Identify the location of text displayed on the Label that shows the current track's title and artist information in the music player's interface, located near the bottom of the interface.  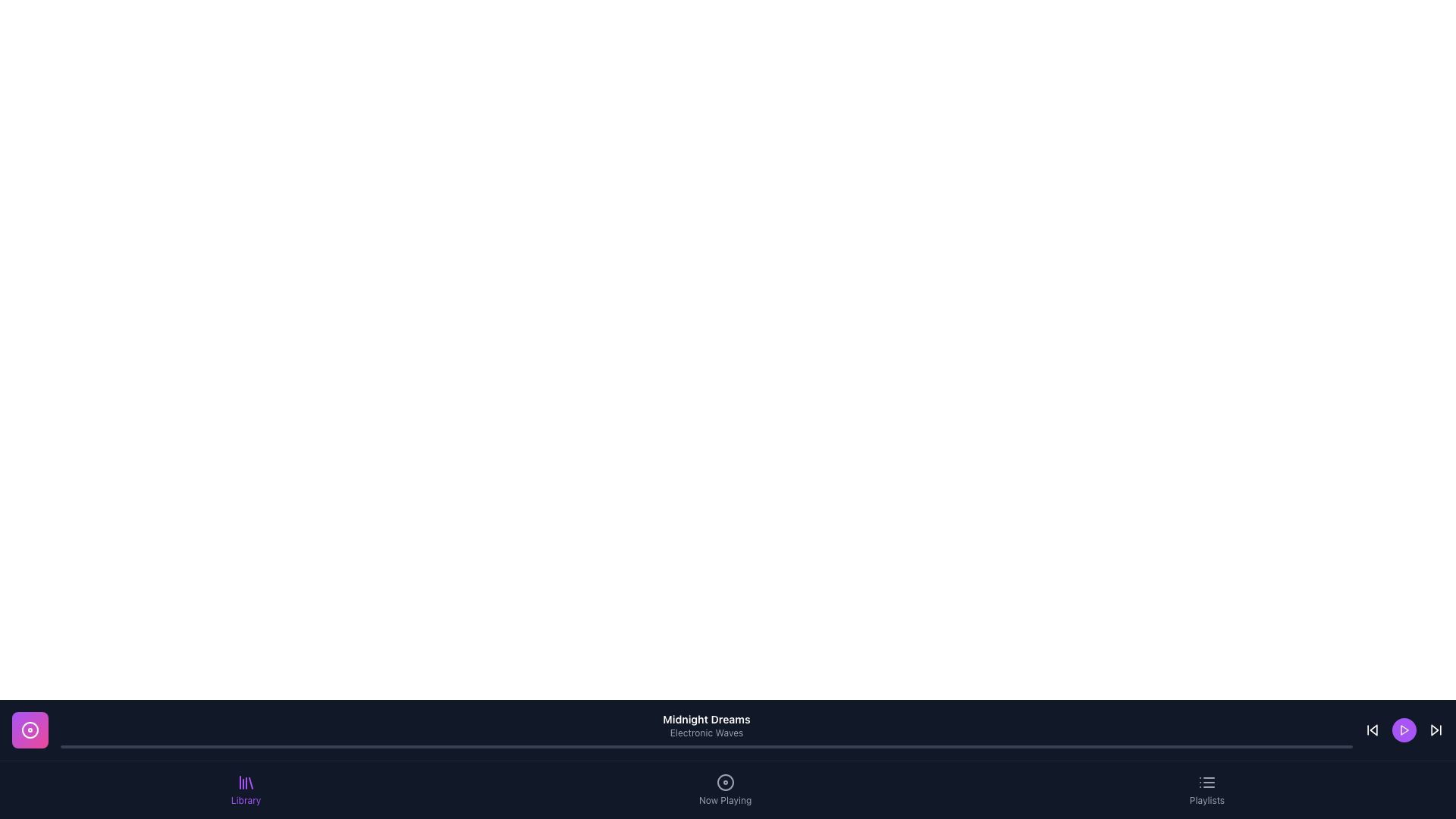
(705, 730).